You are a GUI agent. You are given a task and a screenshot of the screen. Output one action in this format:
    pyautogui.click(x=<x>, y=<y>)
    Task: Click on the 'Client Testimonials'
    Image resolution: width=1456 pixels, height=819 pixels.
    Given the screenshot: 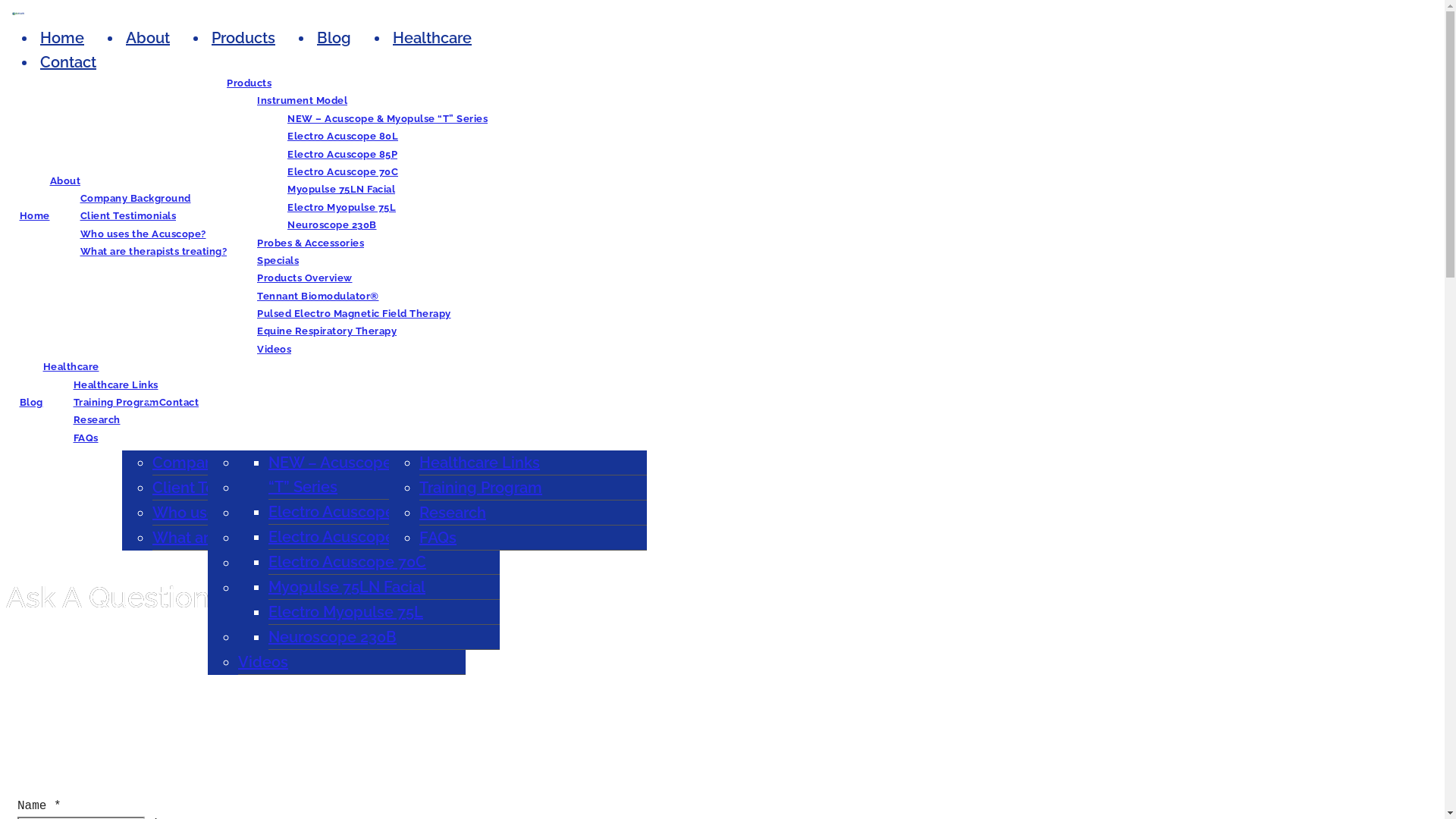 What is the action you would take?
    pyautogui.click(x=219, y=488)
    